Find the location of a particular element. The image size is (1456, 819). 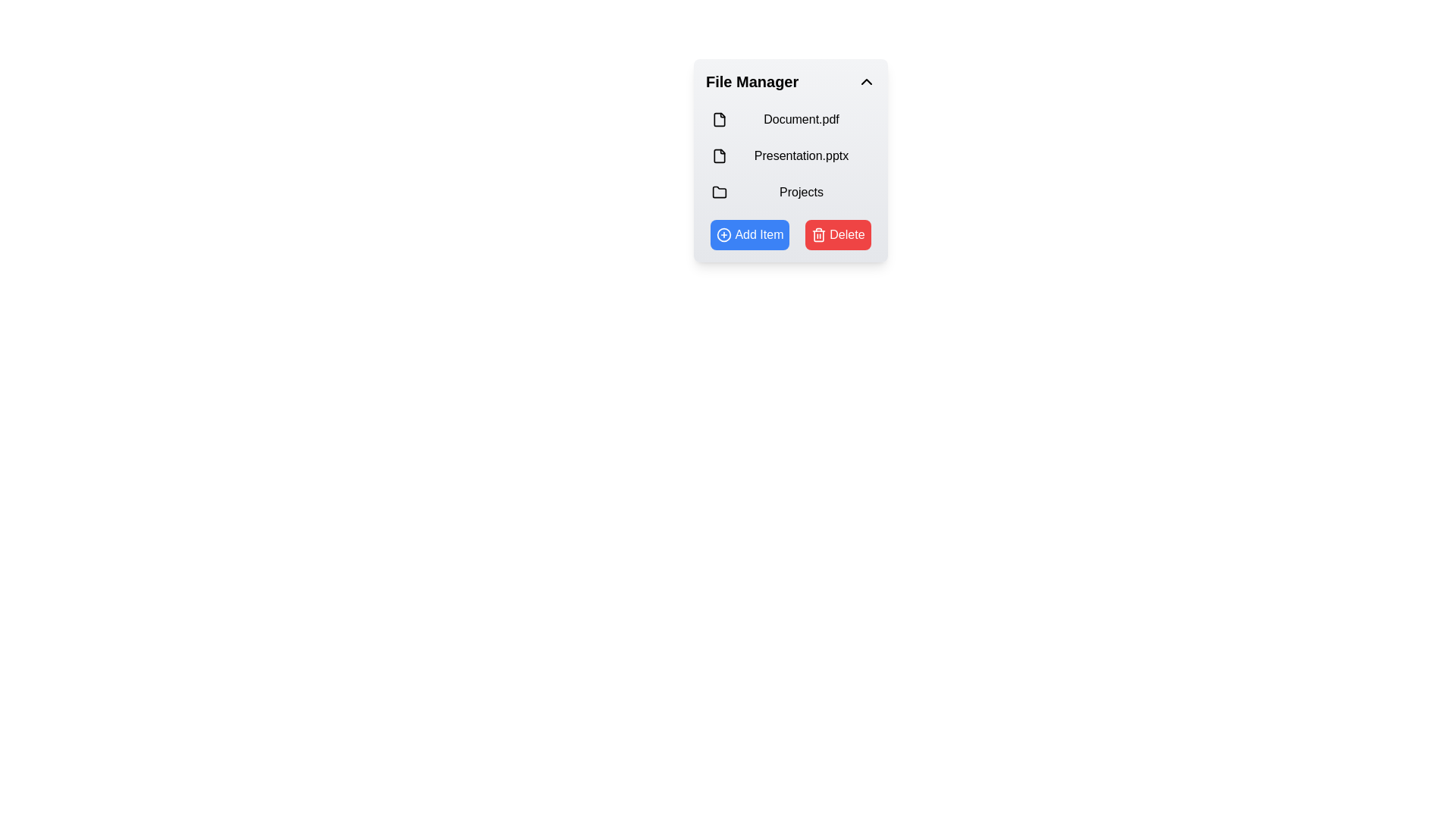

the document file icon, which is a small icon with black line art and rounded corners, located next to the text 'Document.pdf' in the 'File Manager' panel is located at coordinates (719, 119).